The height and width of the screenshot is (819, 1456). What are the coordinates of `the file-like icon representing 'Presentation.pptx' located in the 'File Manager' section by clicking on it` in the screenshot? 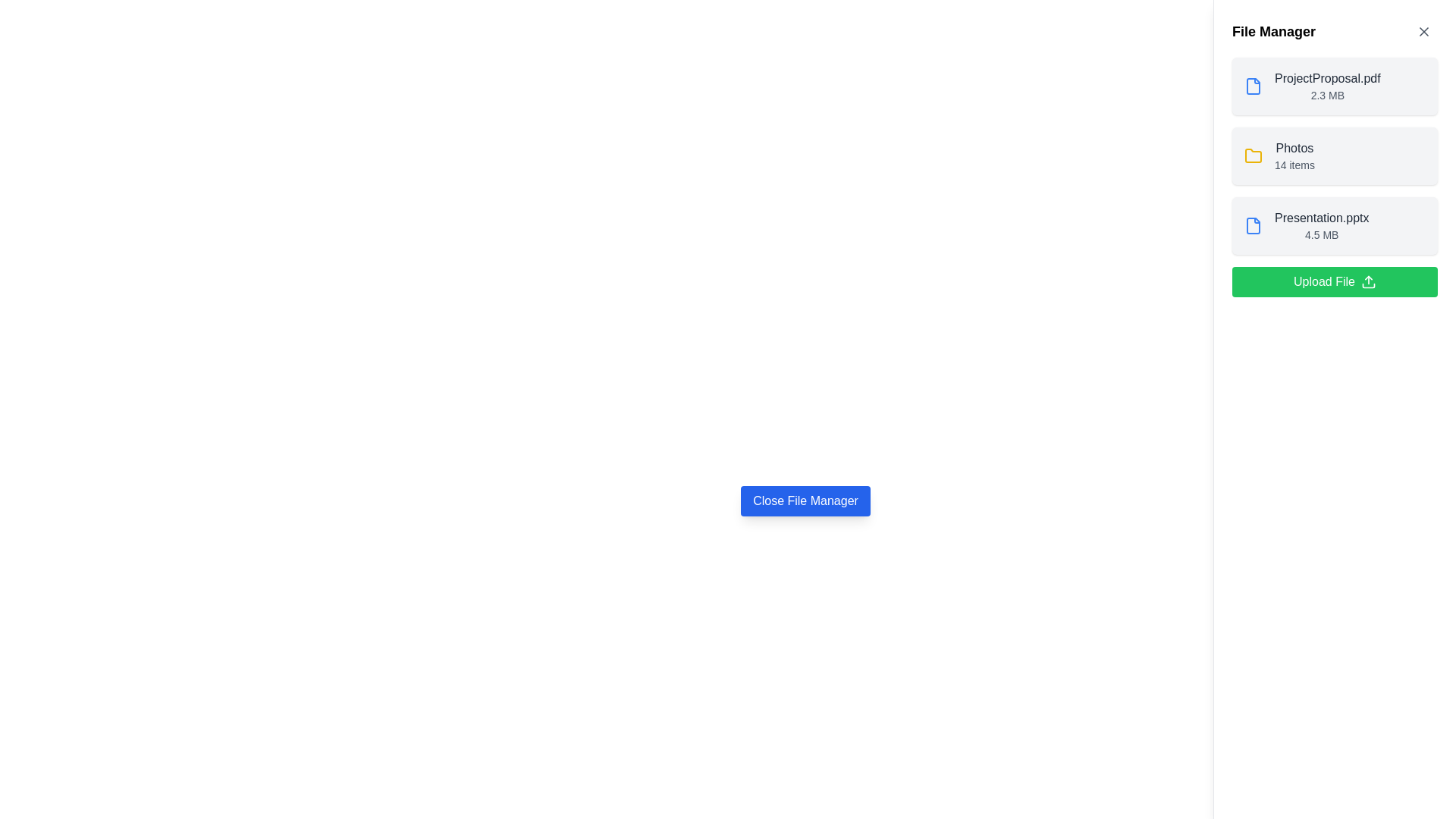 It's located at (1253, 225).